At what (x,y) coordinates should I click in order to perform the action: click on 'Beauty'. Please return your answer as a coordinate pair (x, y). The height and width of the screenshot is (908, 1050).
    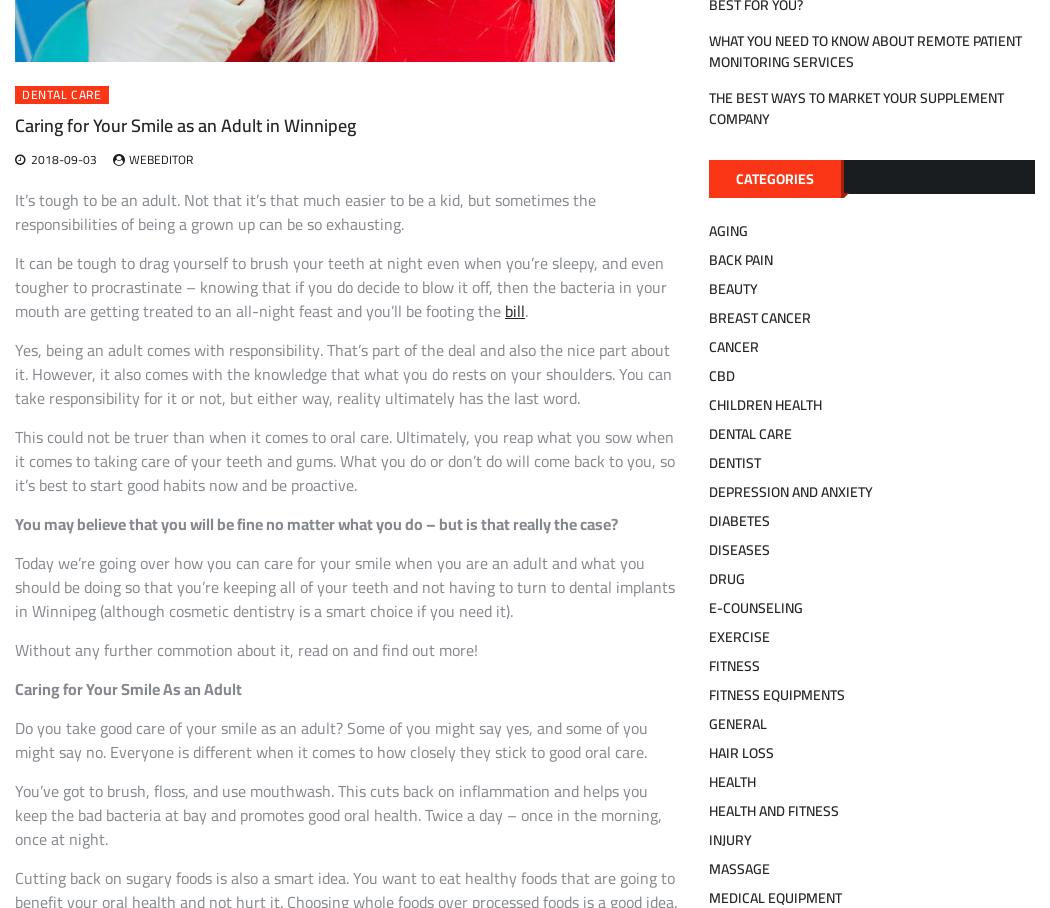
    Looking at the image, I should click on (731, 289).